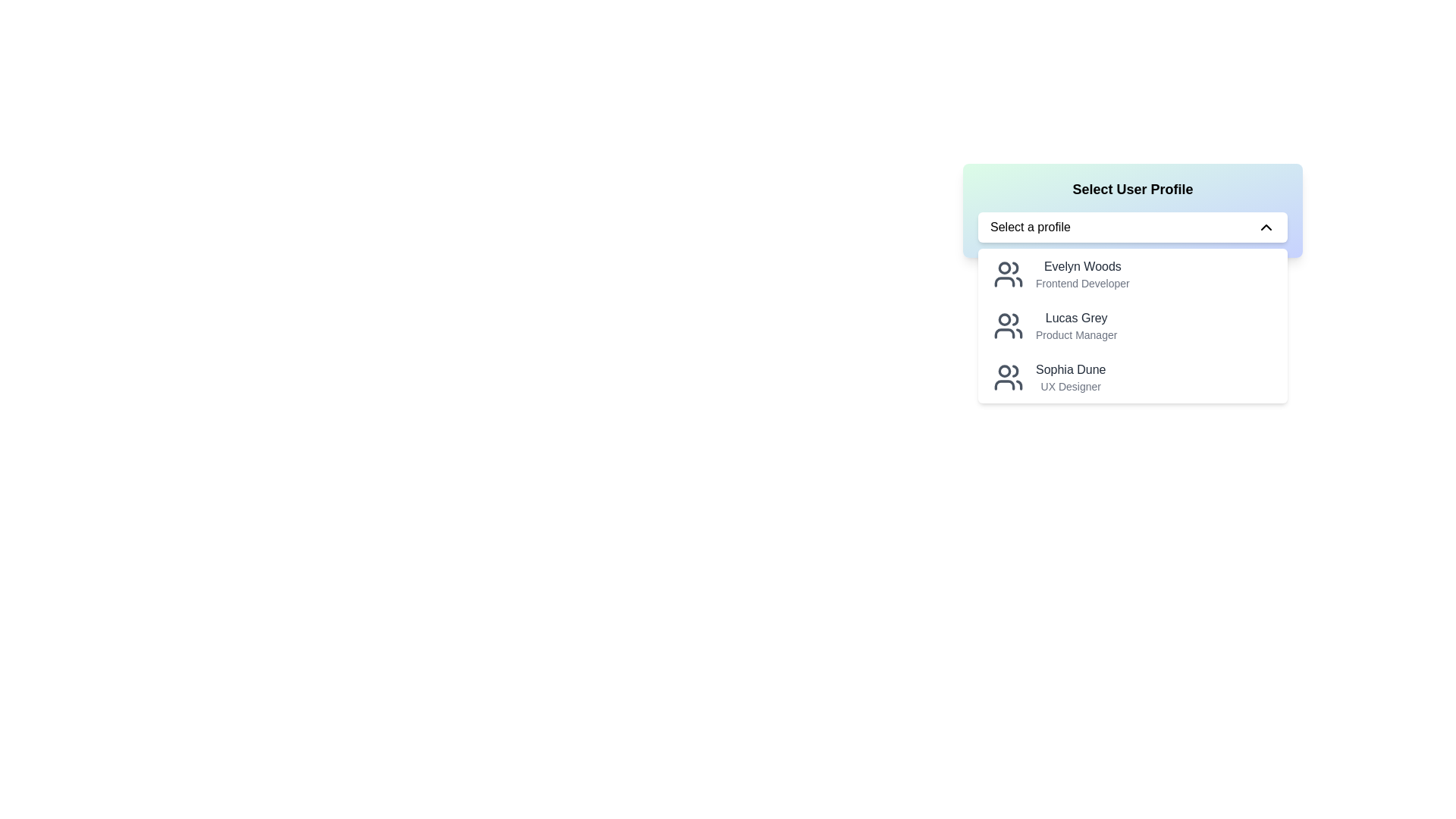 The width and height of the screenshot is (1456, 819). Describe the element at coordinates (1081, 284) in the screenshot. I see `descriptive label that indicates the job title or role of the user 'Evelyn Woods', located directly below the 'Evelyn Woods' text in the user profile dropdown list` at that location.